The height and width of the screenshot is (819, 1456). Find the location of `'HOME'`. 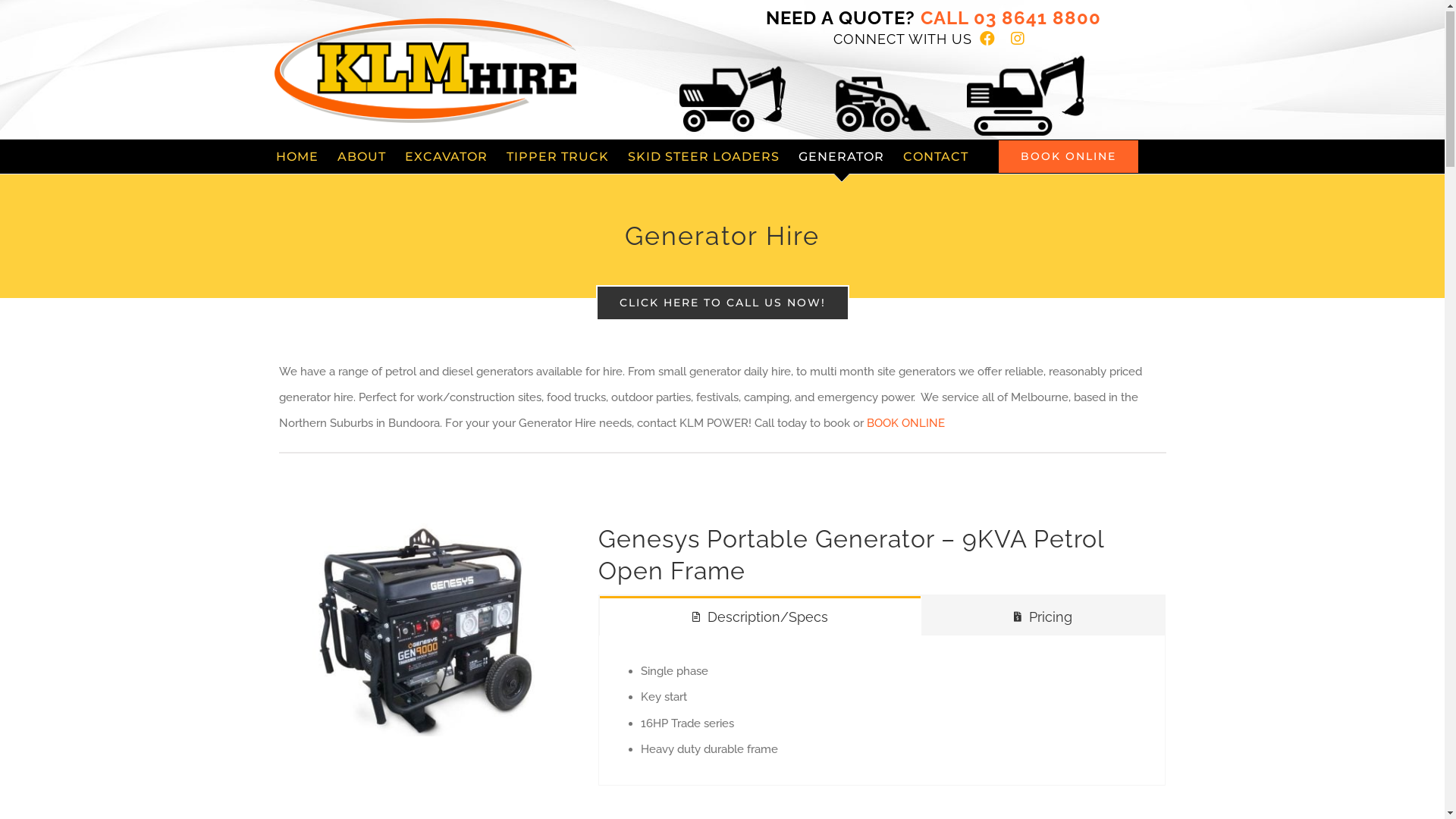

'HOME' is located at coordinates (297, 157).